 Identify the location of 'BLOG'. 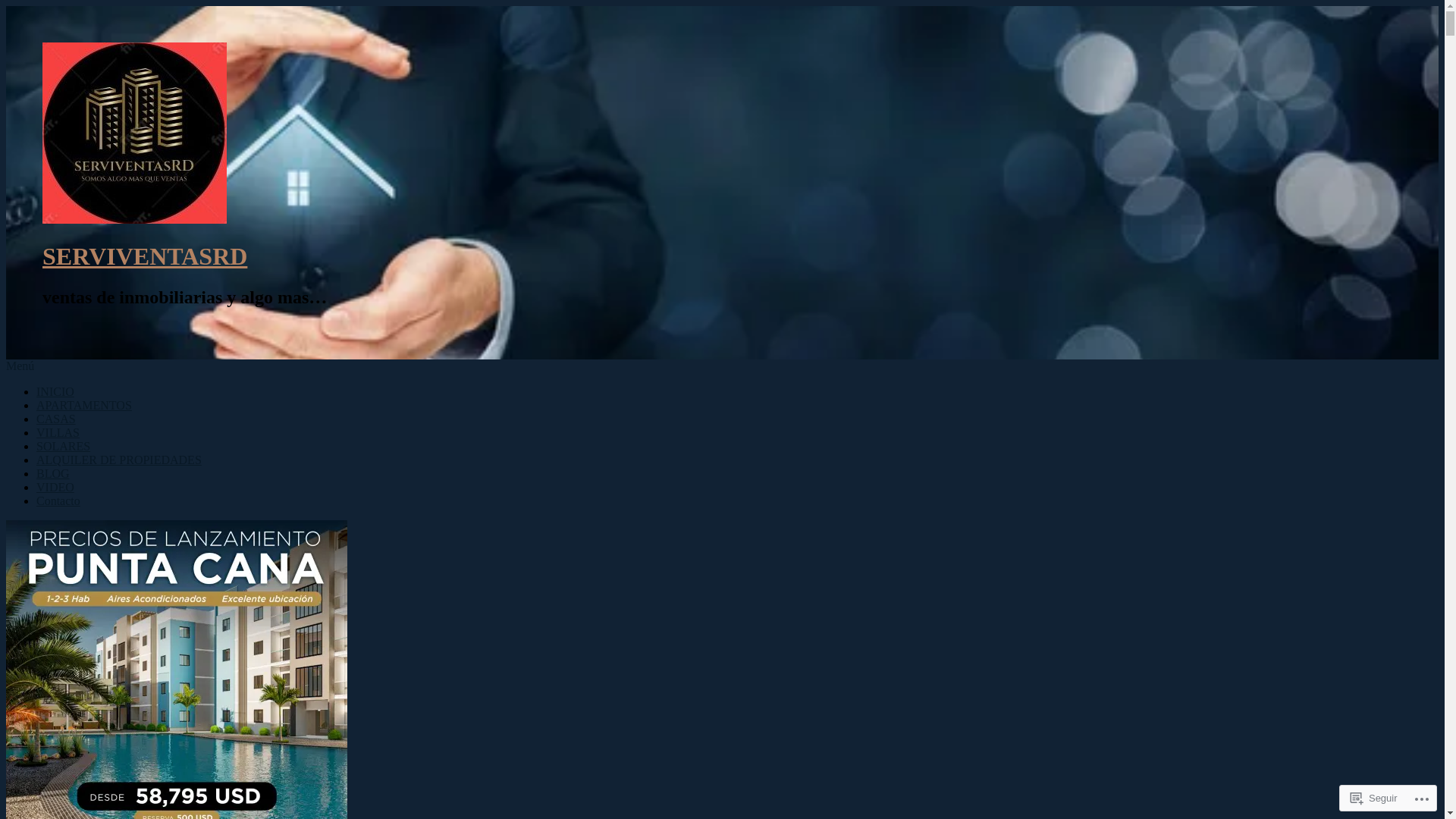
(53, 472).